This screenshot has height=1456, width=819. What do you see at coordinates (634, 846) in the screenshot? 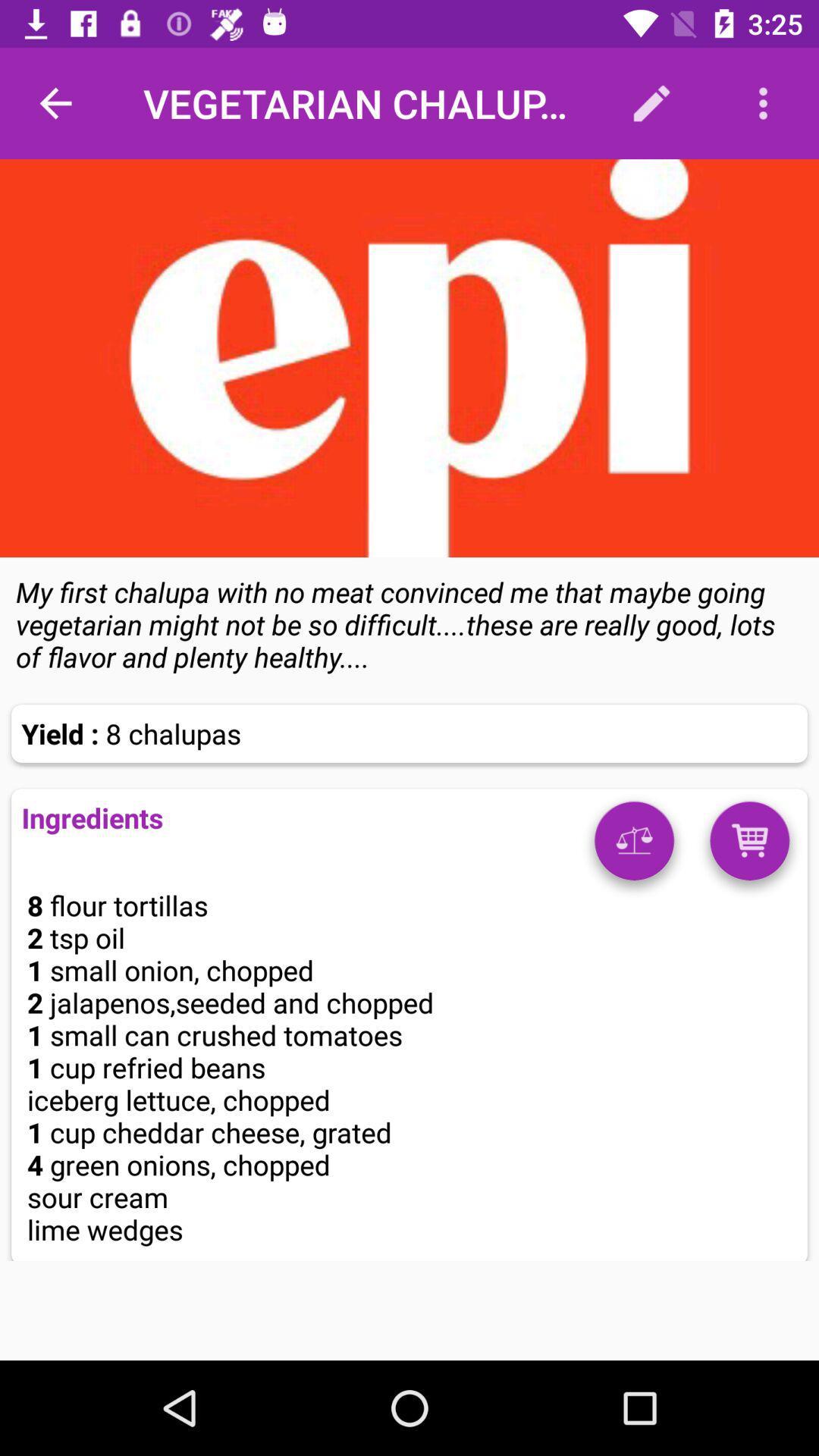
I see `change weight` at bounding box center [634, 846].